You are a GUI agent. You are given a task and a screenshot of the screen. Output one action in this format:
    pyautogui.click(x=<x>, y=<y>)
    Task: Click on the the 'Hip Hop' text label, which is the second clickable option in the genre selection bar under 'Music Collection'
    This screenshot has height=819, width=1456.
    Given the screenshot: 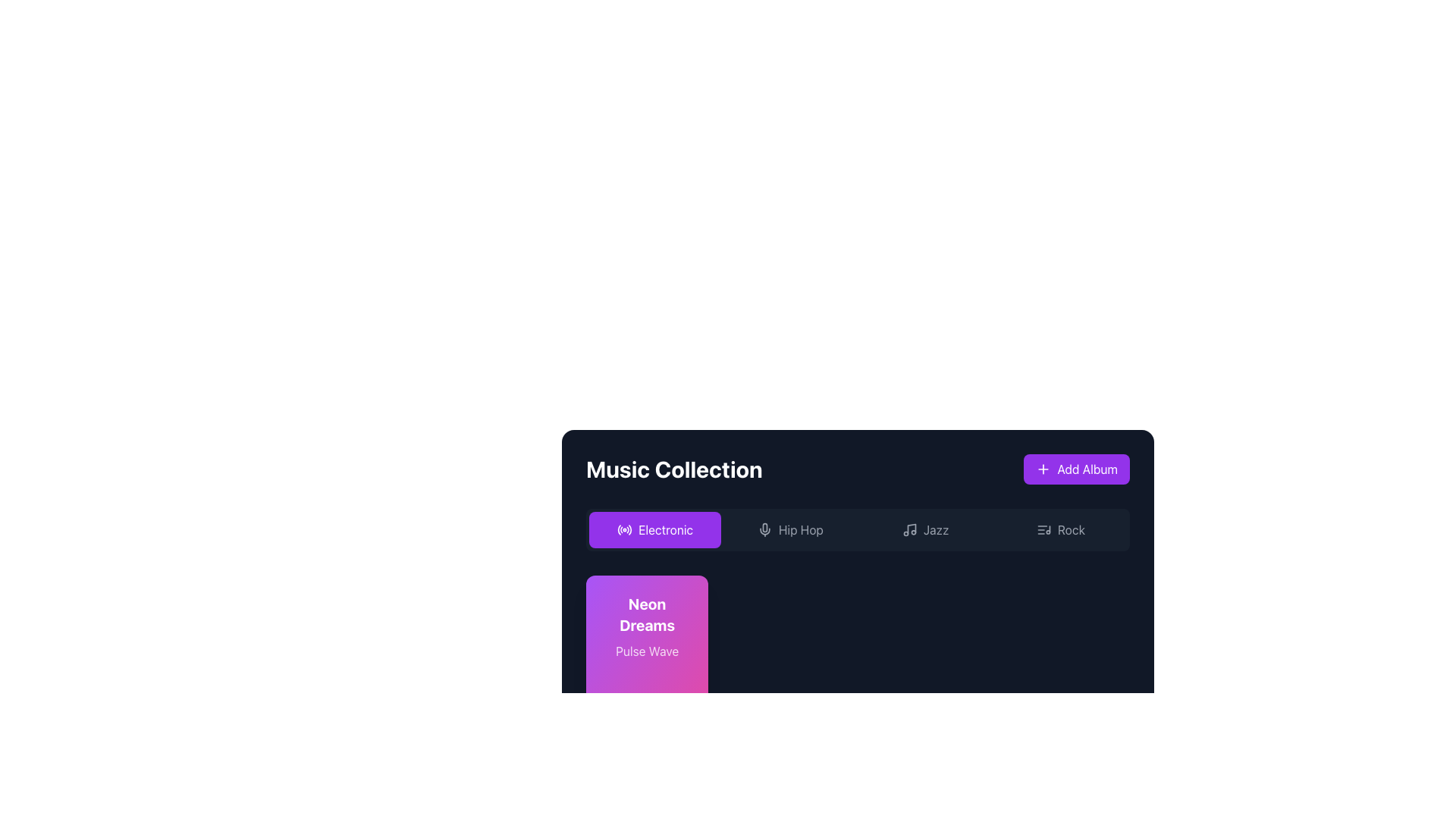 What is the action you would take?
    pyautogui.click(x=800, y=529)
    